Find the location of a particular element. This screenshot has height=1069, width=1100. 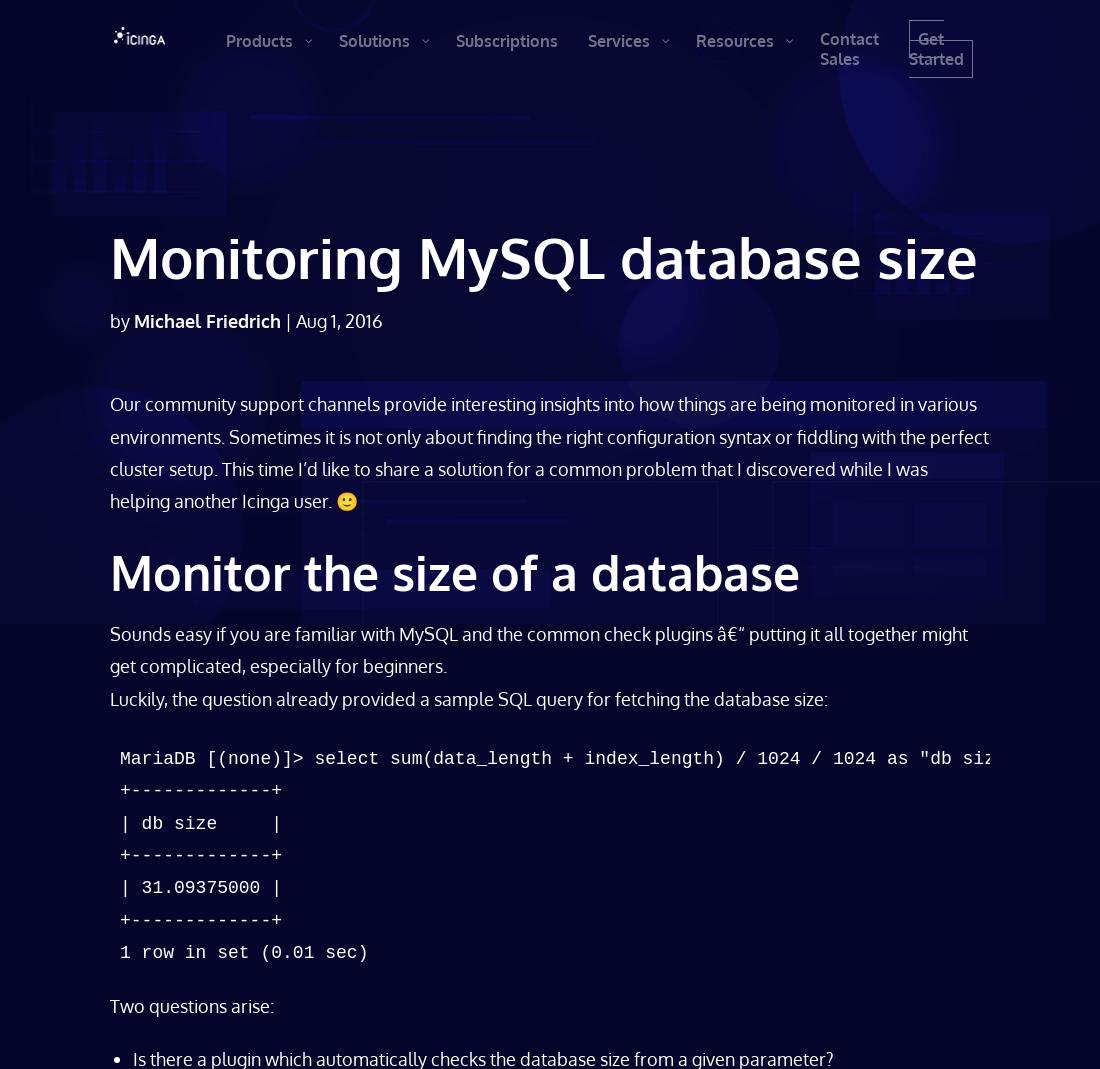

'Get Started' is located at coordinates (942, 47).